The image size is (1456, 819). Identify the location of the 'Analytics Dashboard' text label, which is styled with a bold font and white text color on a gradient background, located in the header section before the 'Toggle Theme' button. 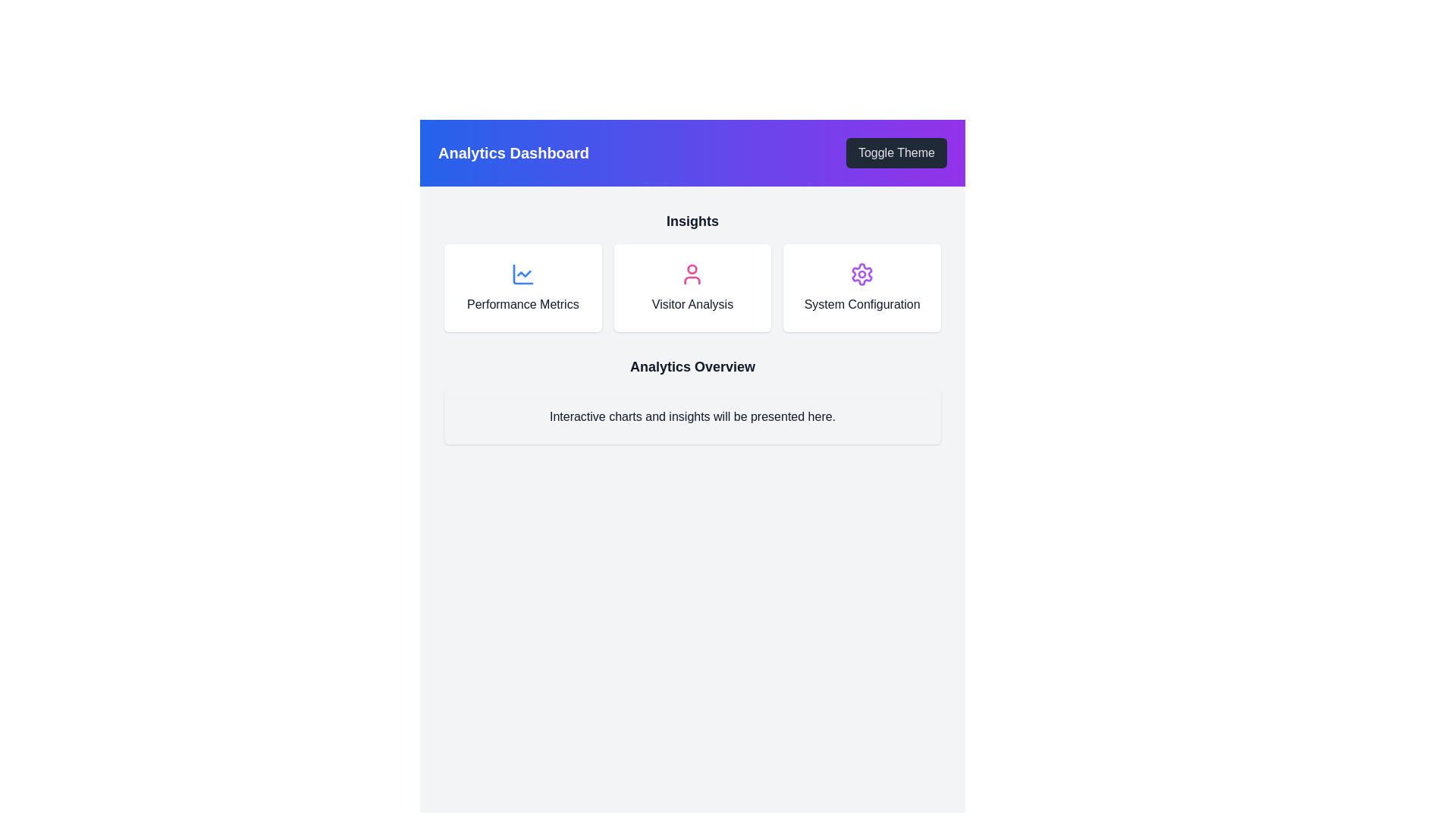
(513, 152).